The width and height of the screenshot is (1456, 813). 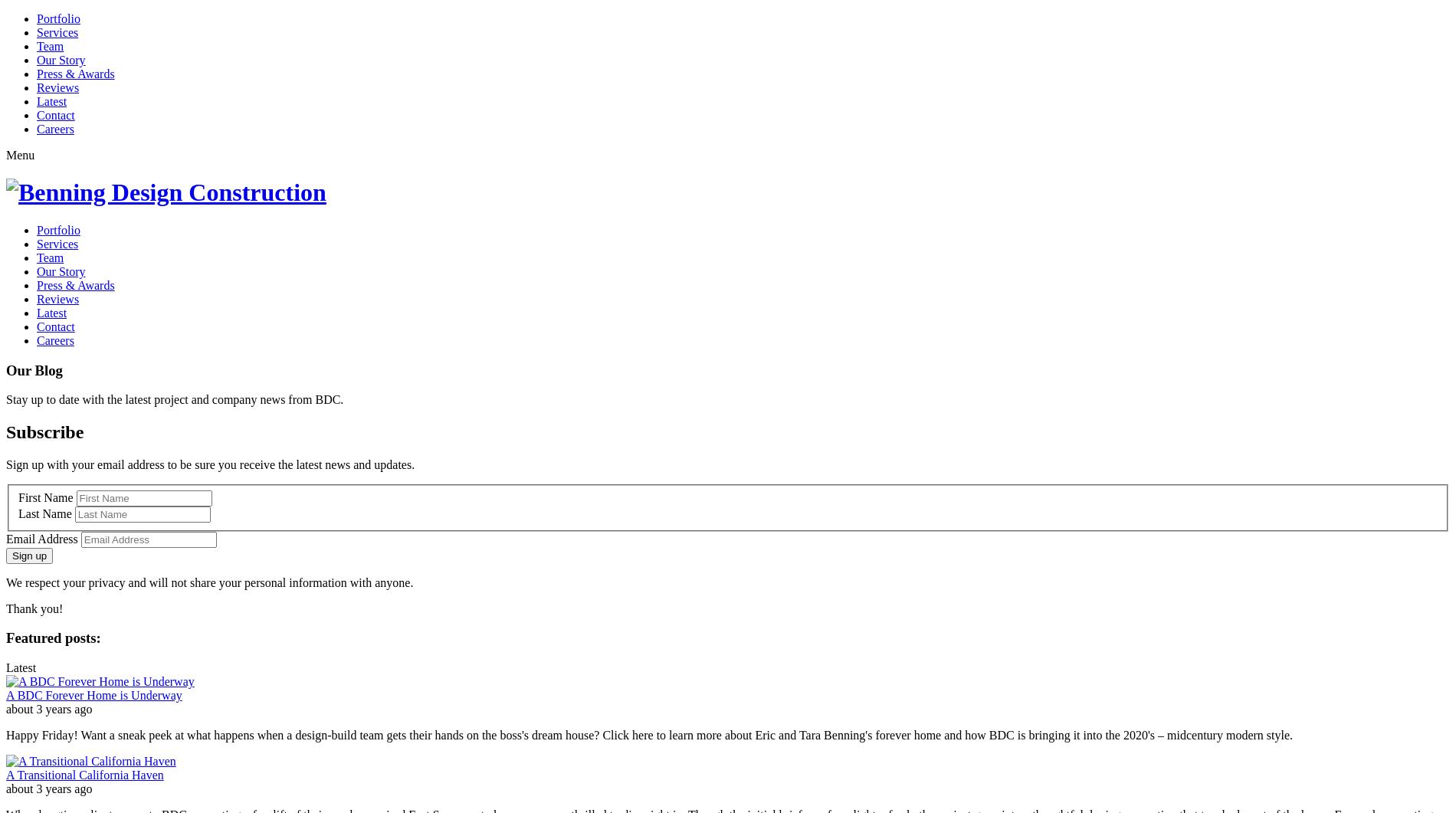 What do you see at coordinates (34, 608) in the screenshot?
I see `'Thank you!'` at bounding box center [34, 608].